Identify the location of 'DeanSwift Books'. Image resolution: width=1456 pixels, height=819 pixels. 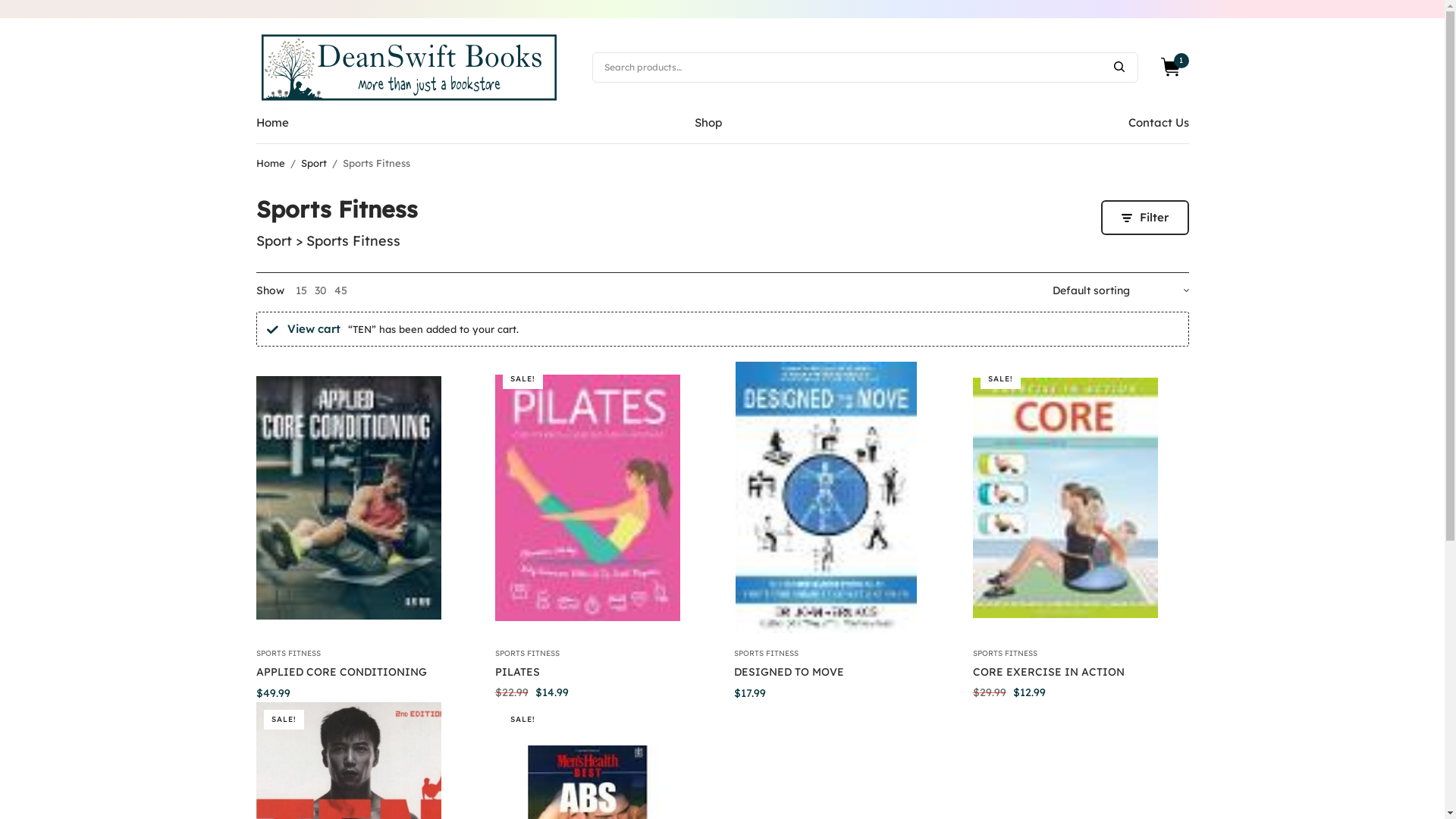
(256, 66).